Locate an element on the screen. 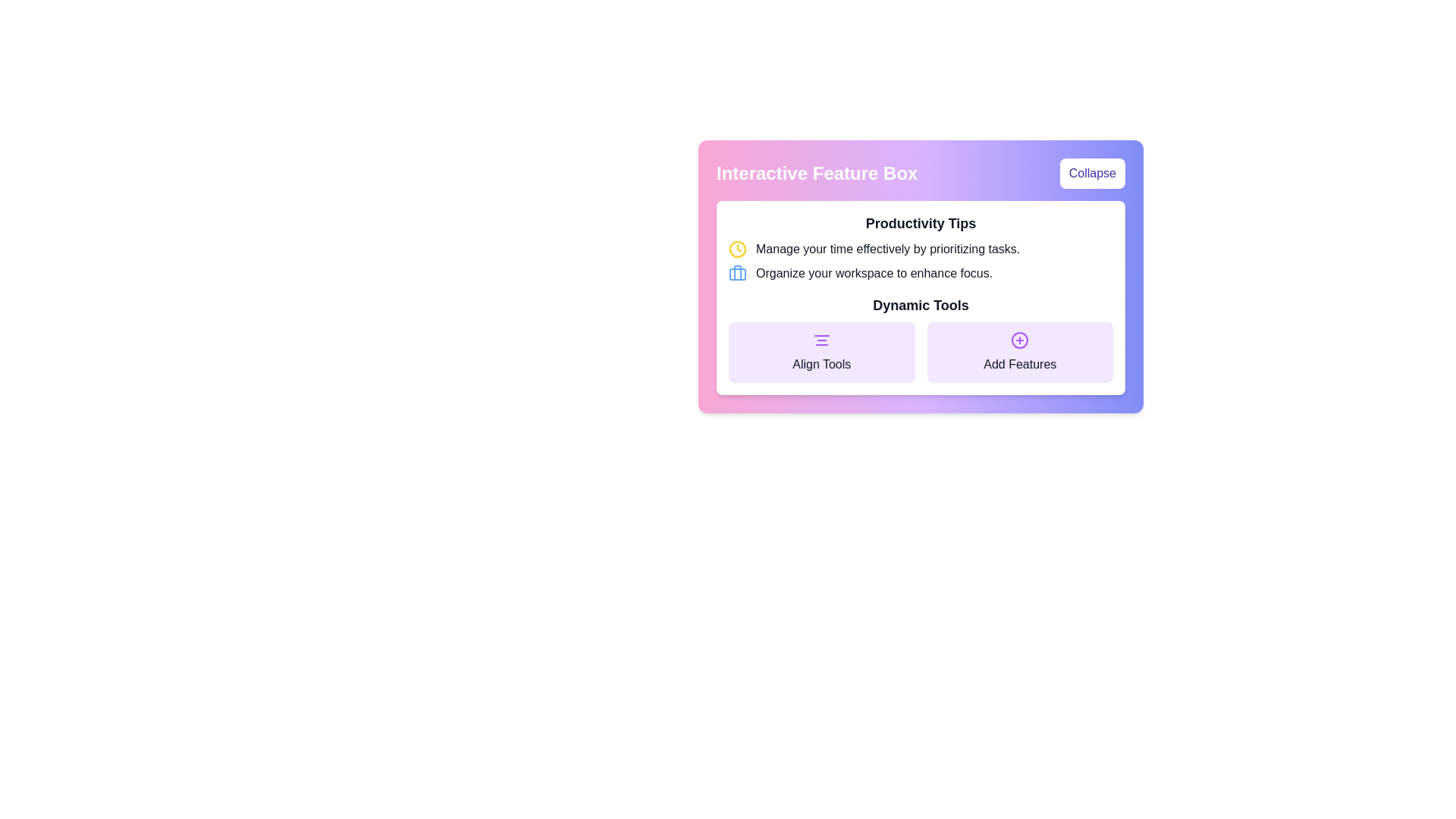  the left button in the 'Dynamic Tools' section is located at coordinates (821, 353).